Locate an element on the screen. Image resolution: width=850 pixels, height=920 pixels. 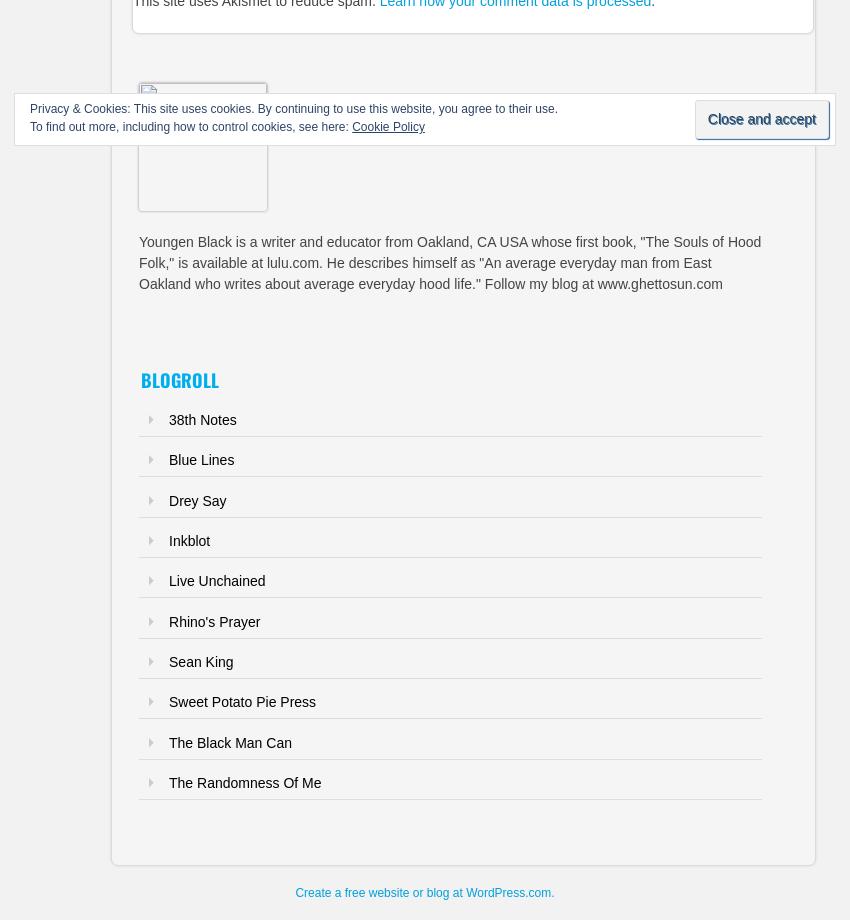
'Youngen Black is a writer and educator from Oakland, CA USA whose first book, "The Souls of Hood Folk," is available at lulu.com. He describes himself as "An average everyday man from East Oakland who writes about average everyday hood life." Follow my blog at www.ghettosun.com' is located at coordinates (448, 262).